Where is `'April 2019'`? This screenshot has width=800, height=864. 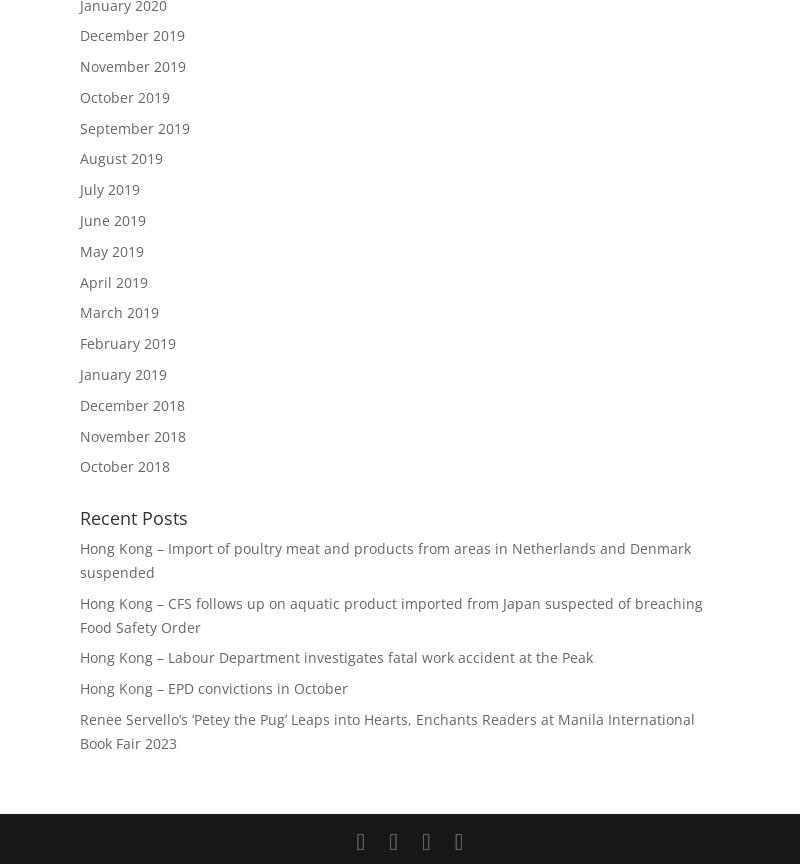 'April 2019' is located at coordinates (112, 281).